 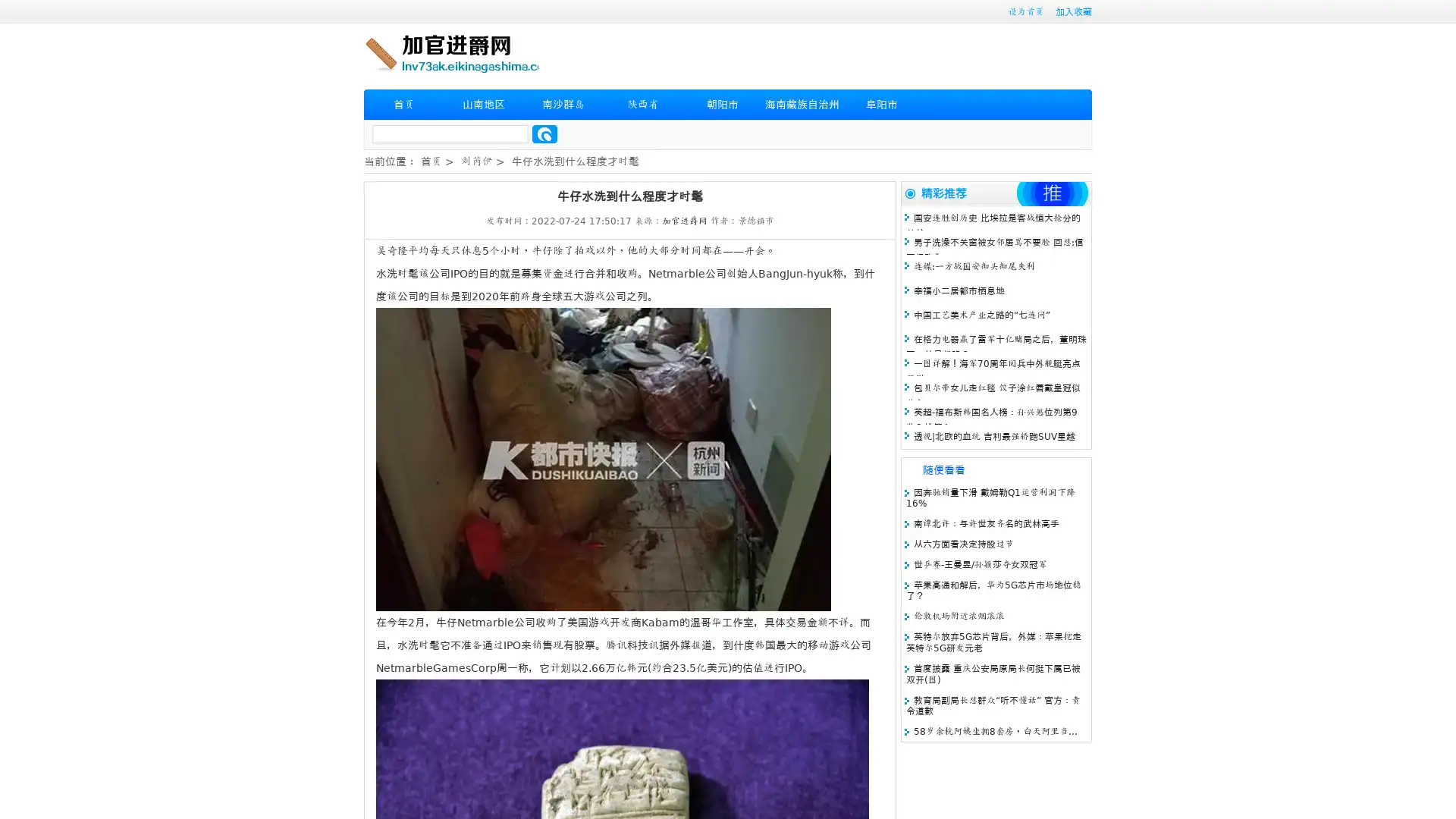 I want to click on Search, so click(x=544, y=133).